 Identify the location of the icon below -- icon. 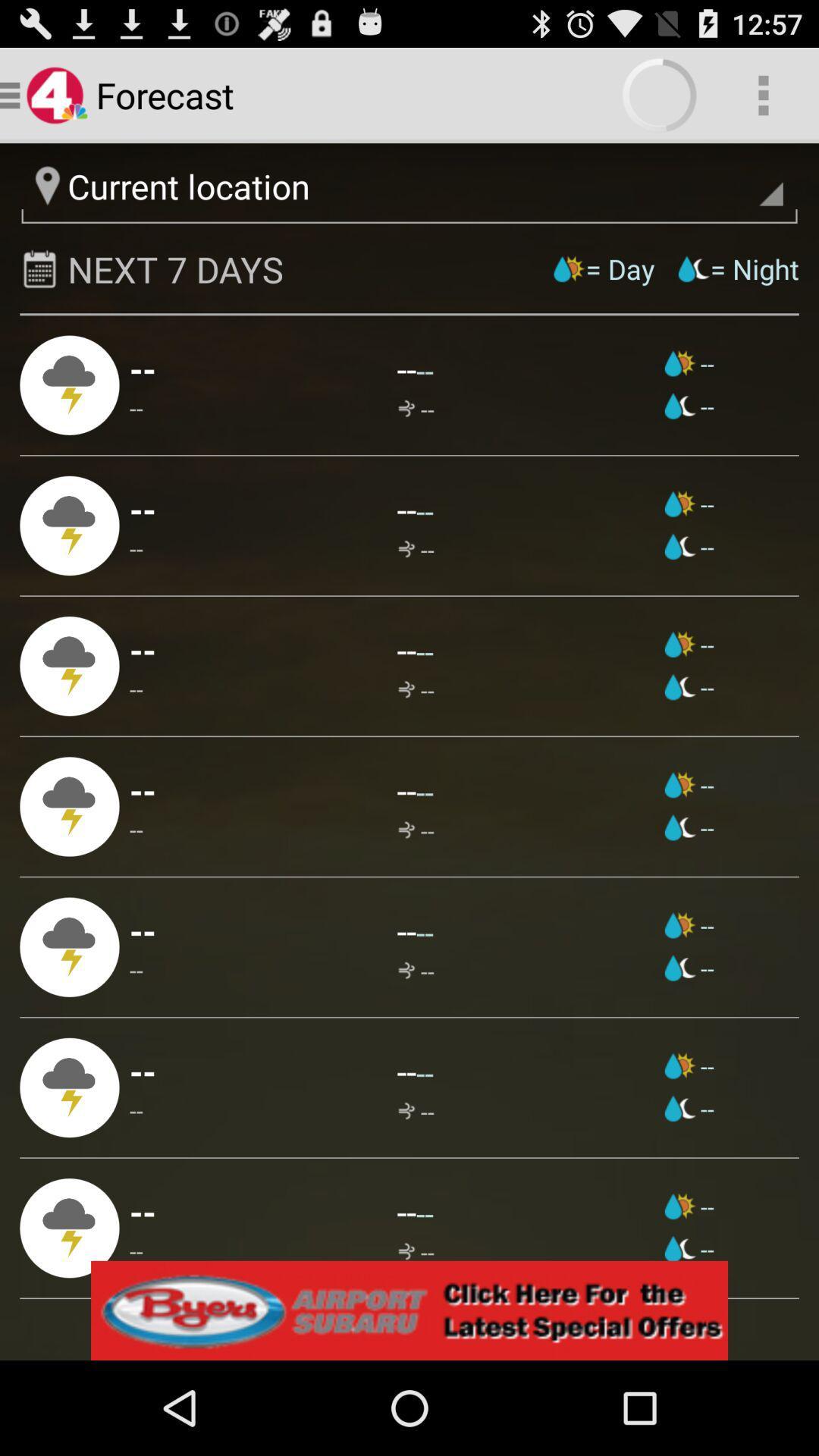
(143, 1070).